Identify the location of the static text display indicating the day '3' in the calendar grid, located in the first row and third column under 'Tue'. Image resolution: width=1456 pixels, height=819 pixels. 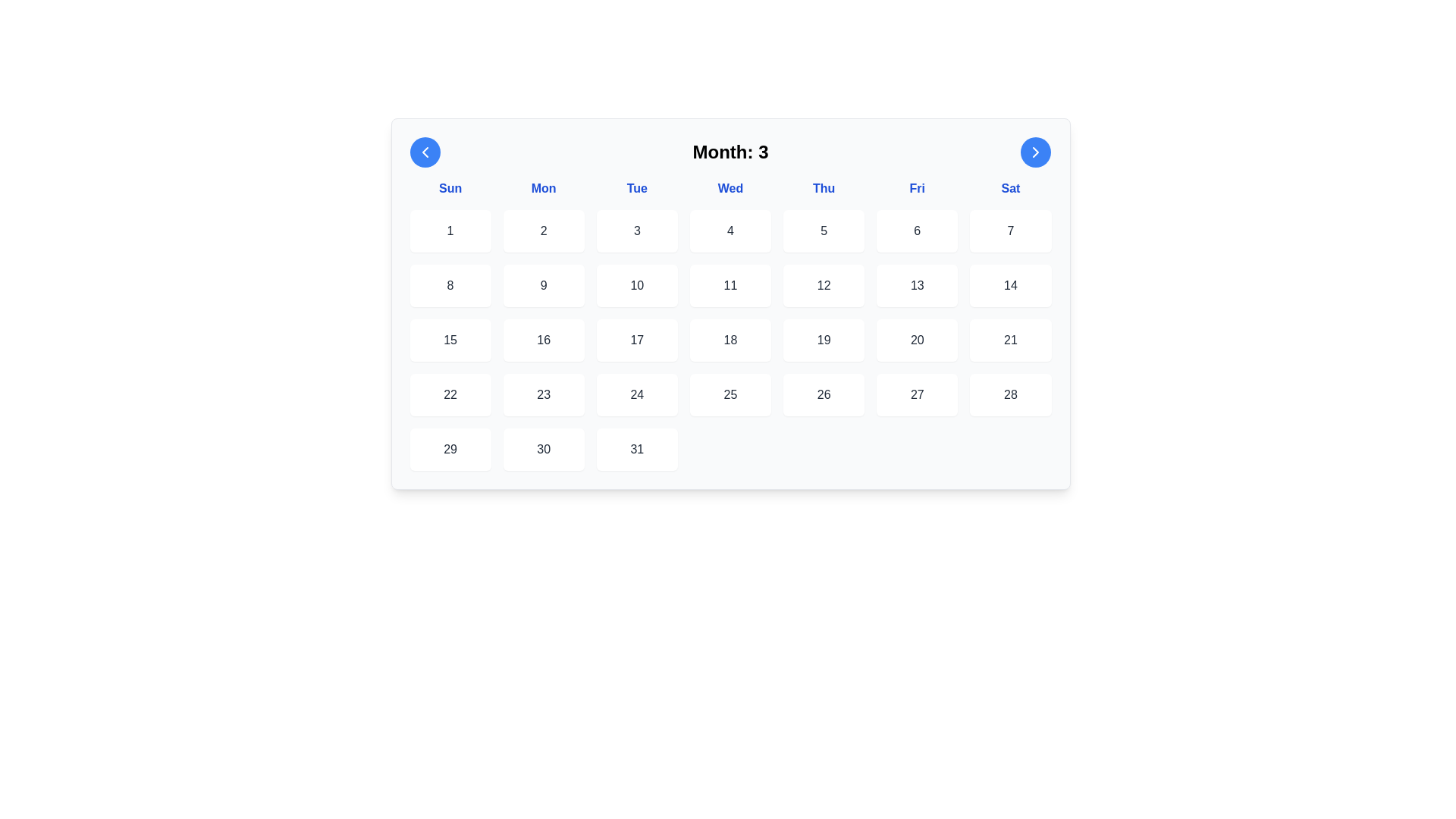
(637, 231).